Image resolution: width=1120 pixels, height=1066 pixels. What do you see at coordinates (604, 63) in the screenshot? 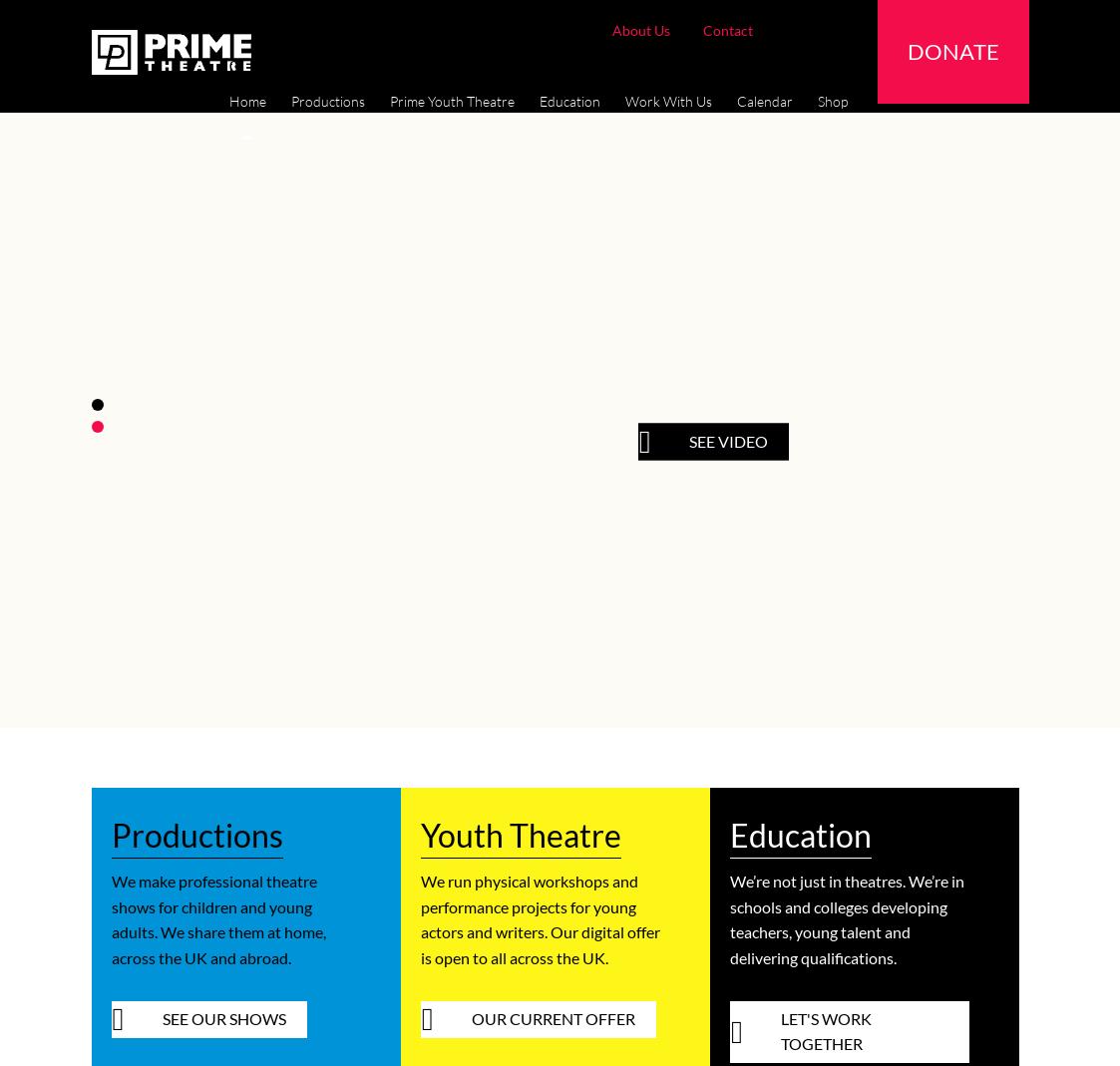
I see `'£5'` at bounding box center [604, 63].